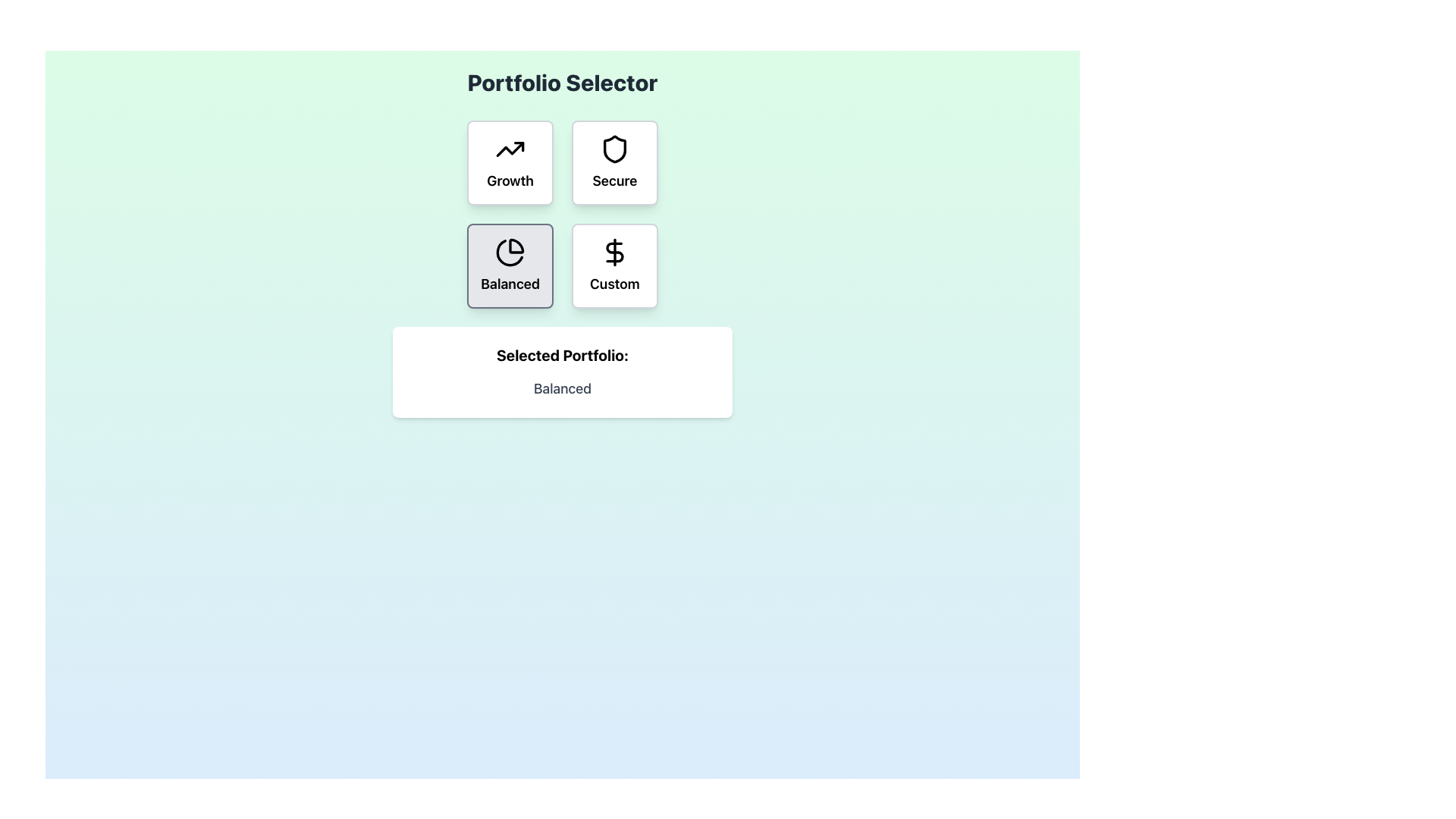  Describe the element at coordinates (510, 265) in the screenshot. I see `the 'Balanced' portfolio button located in the lower-left quadrant of a 2x2 grid layout, which is the third button in the grid, directly below the 'Growth' button and to the left of the 'Custom' button` at that location.